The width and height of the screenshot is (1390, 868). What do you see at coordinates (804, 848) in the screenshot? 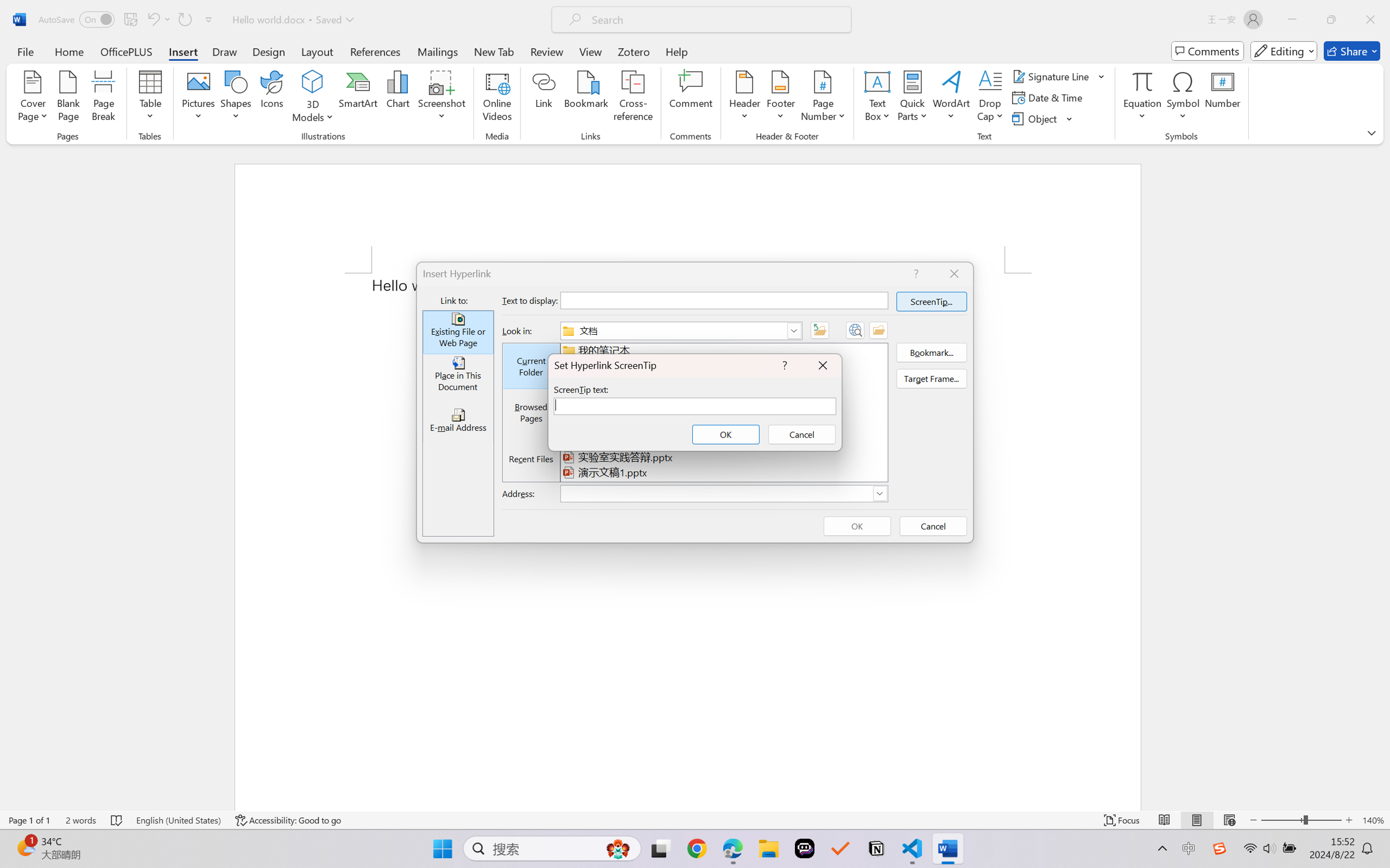
I see `'Poe'` at bounding box center [804, 848].